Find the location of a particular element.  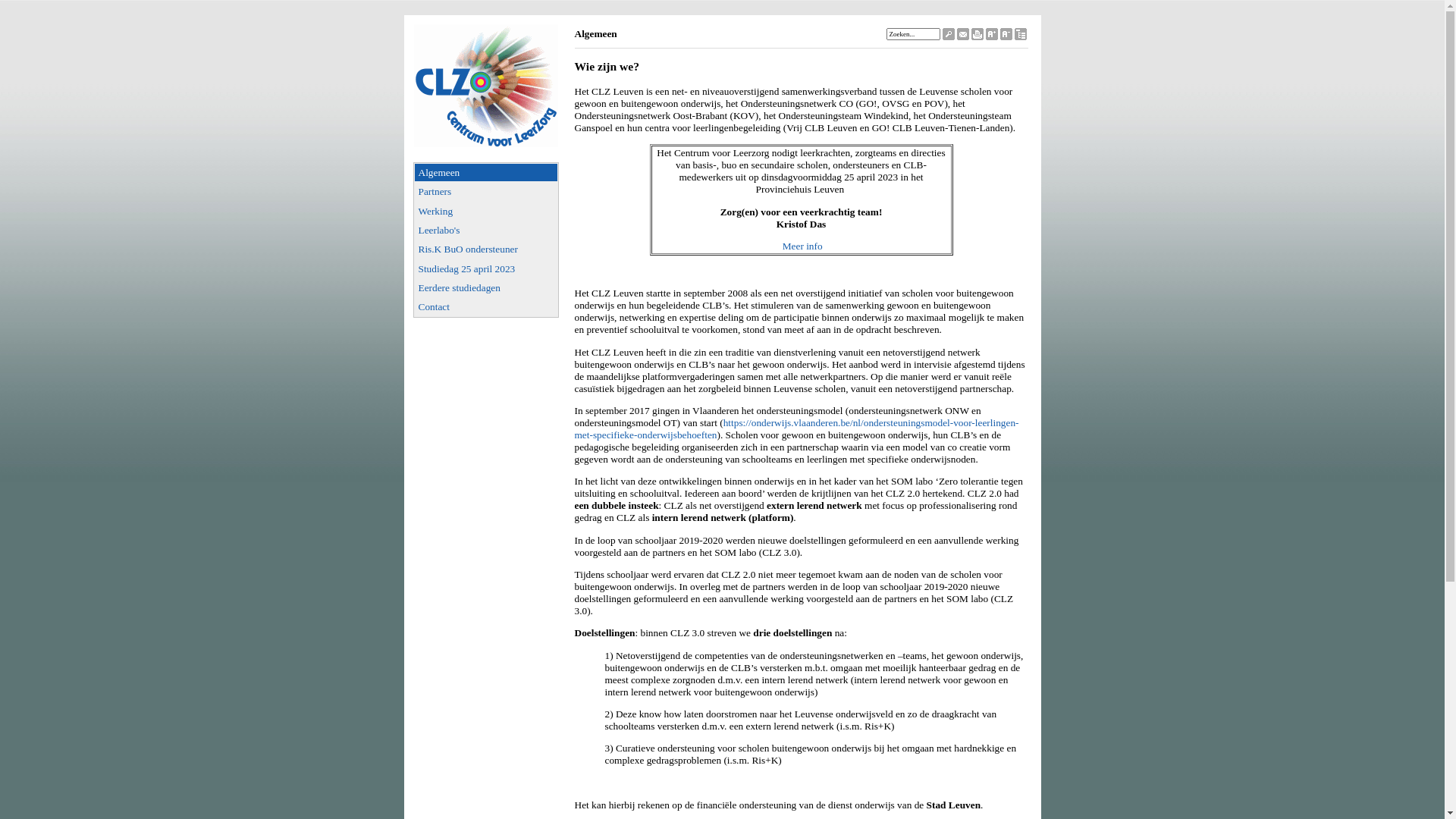

'Zoeken' is located at coordinates (941, 35).